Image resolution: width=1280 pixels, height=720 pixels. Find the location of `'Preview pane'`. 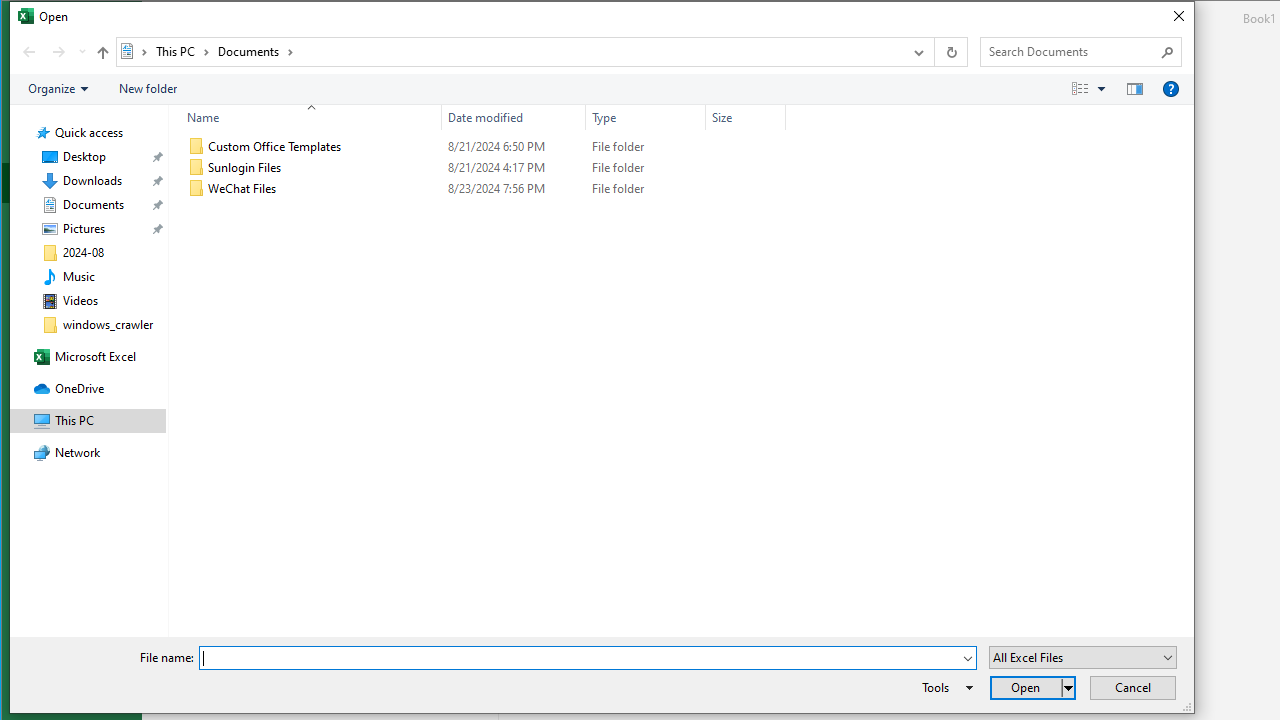

'Preview pane' is located at coordinates (1135, 88).